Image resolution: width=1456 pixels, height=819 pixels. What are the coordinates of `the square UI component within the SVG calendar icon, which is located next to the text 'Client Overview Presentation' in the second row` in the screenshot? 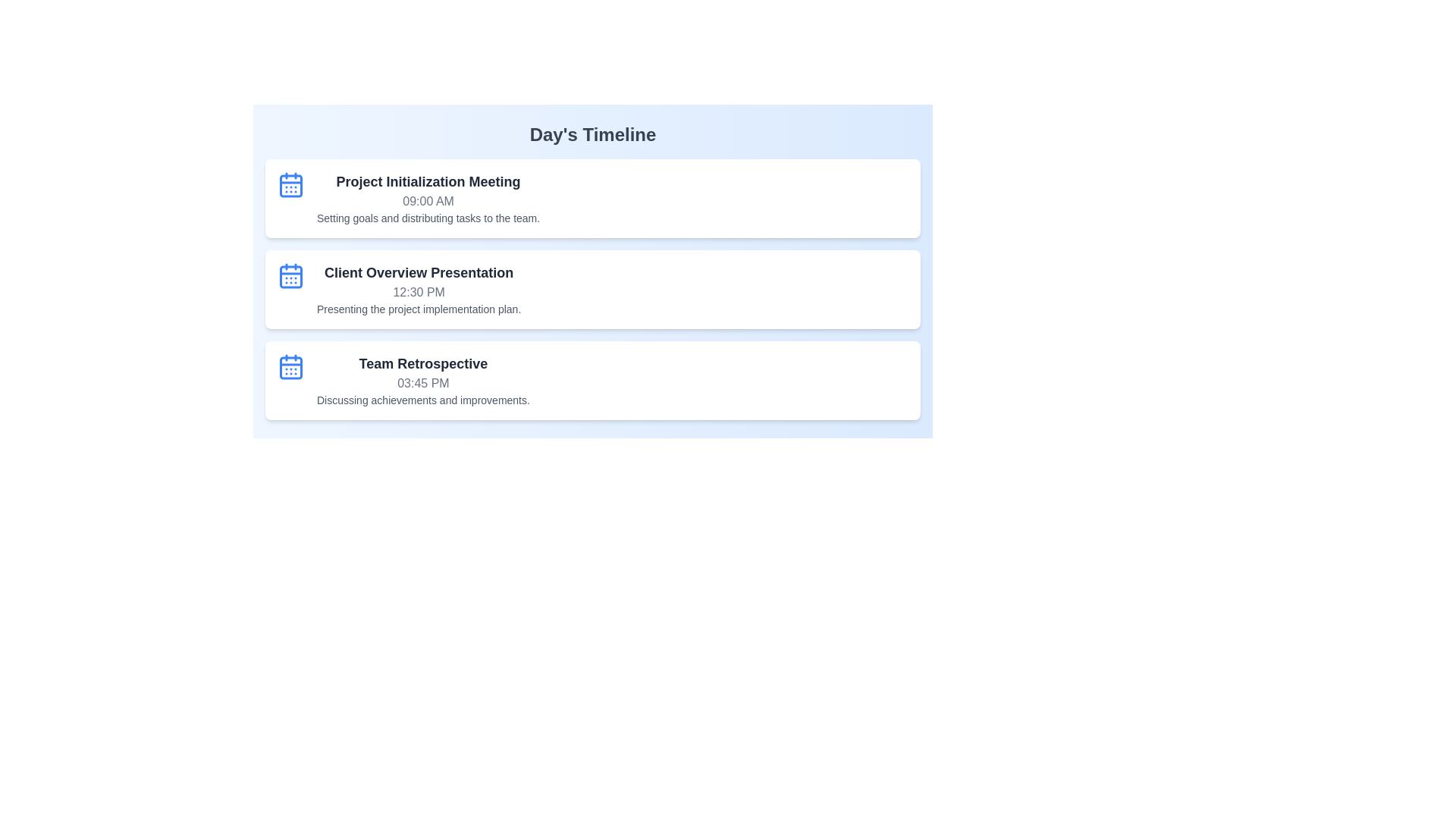 It's located at (291, 277).